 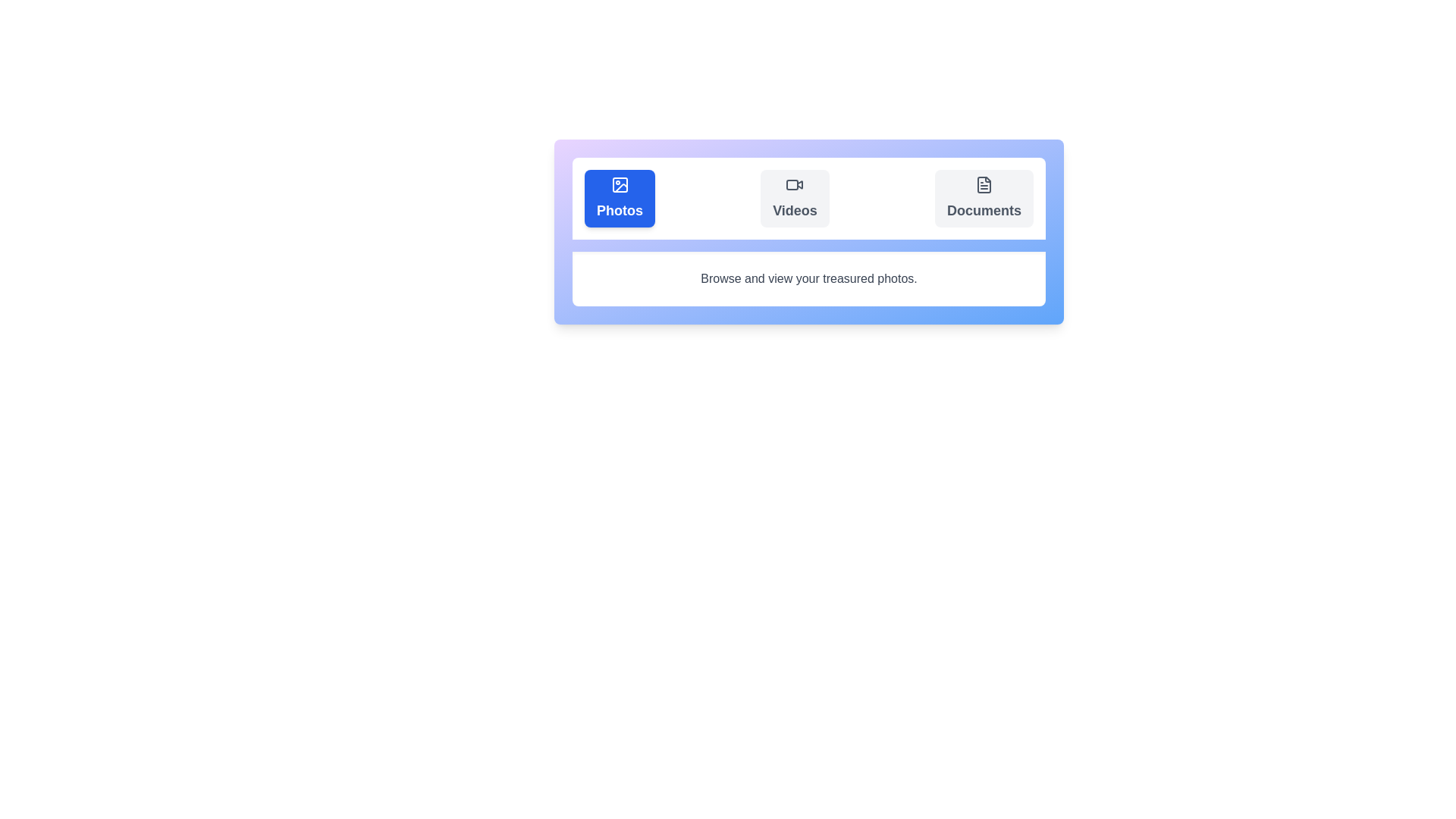 What do you see at coordinates (984, 184) in the screenshot?
I see `the decorative icon representing the 'Documents' section in the navigation interface, which is part of a group and positioned centrally above the 'Documents' label` at bounding box center [984, 184].